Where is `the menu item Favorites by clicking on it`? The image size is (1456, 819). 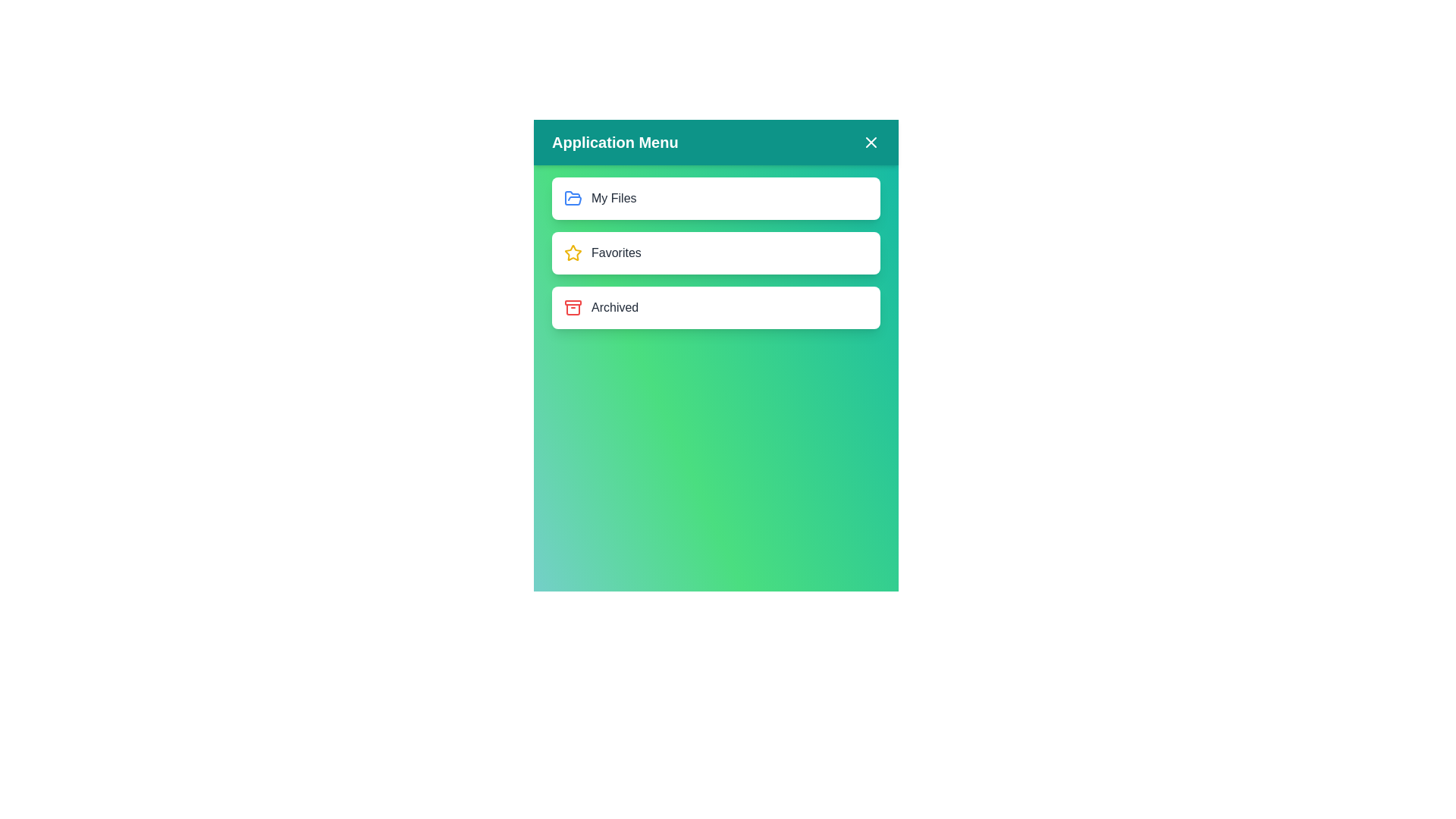
the menu item Favorites by clicking on it is located at coordinates (715, 253).